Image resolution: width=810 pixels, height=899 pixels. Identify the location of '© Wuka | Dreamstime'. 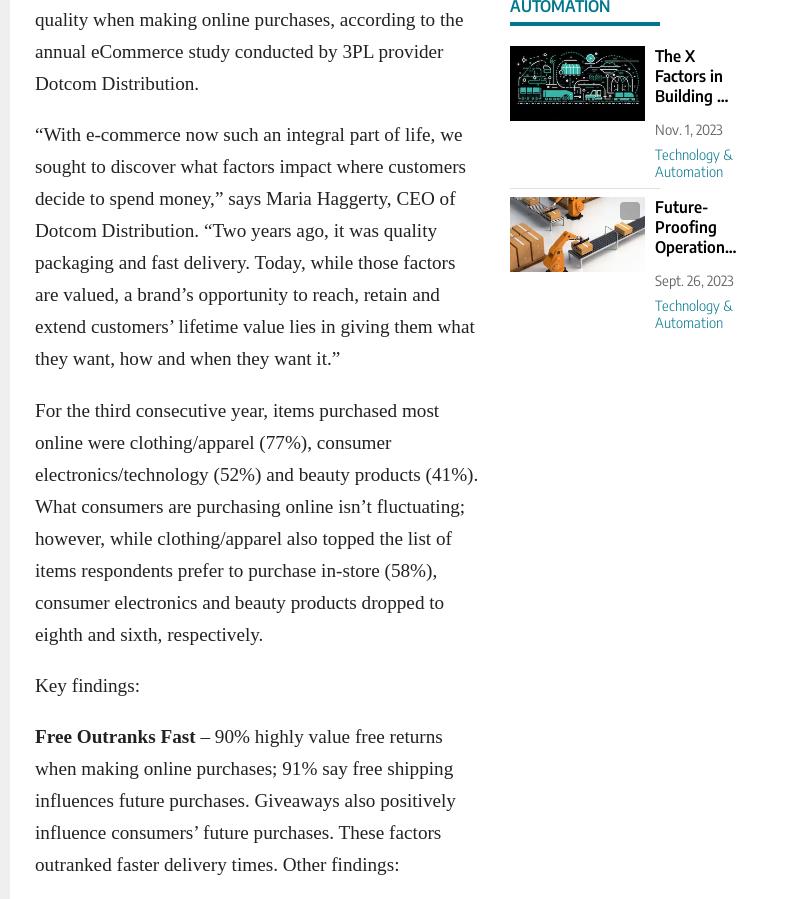
(566, 211).